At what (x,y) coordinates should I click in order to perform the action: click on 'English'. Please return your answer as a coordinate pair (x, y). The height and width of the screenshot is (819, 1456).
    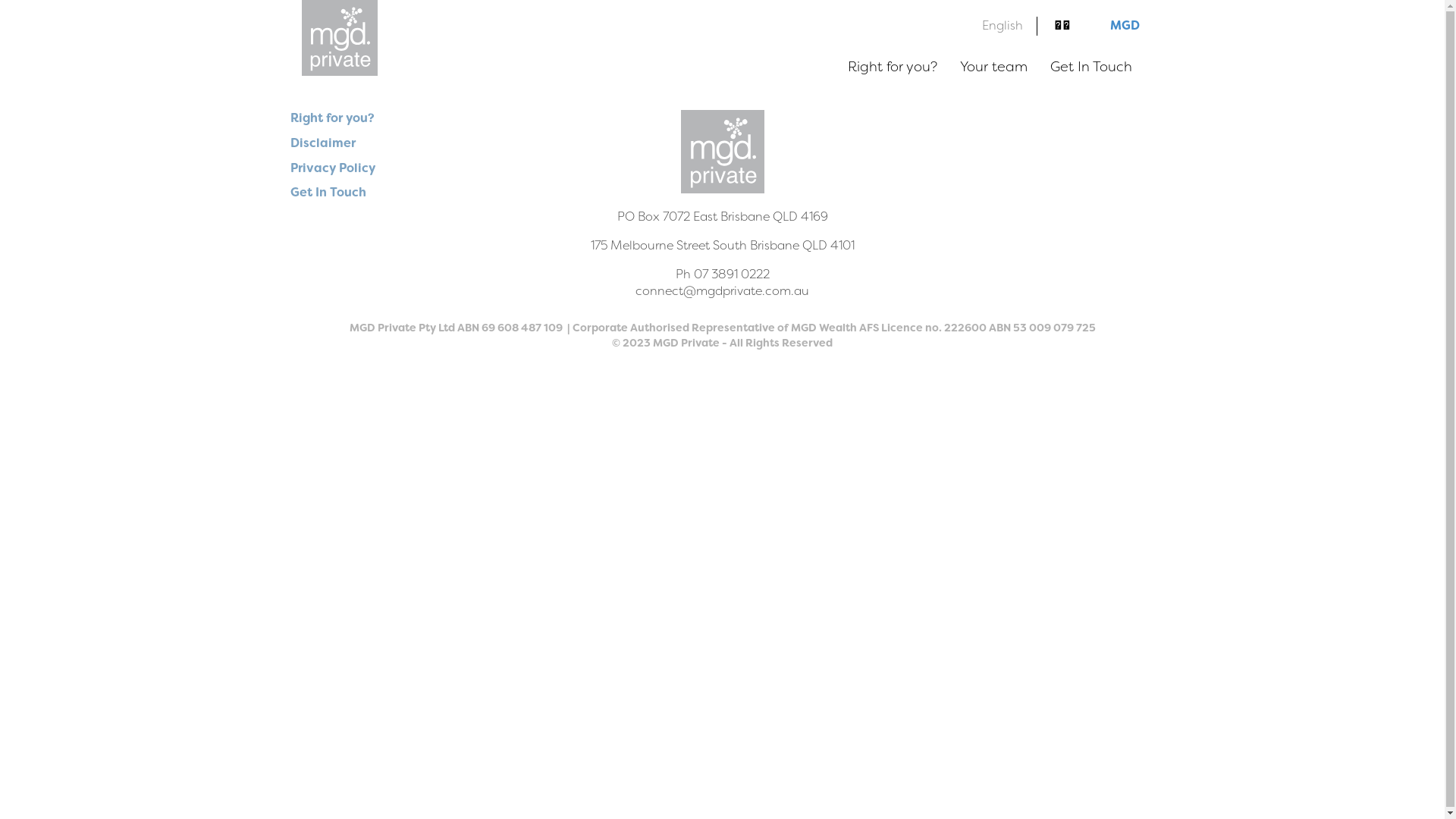
    Looking at the image, I should click on (1002, 26).